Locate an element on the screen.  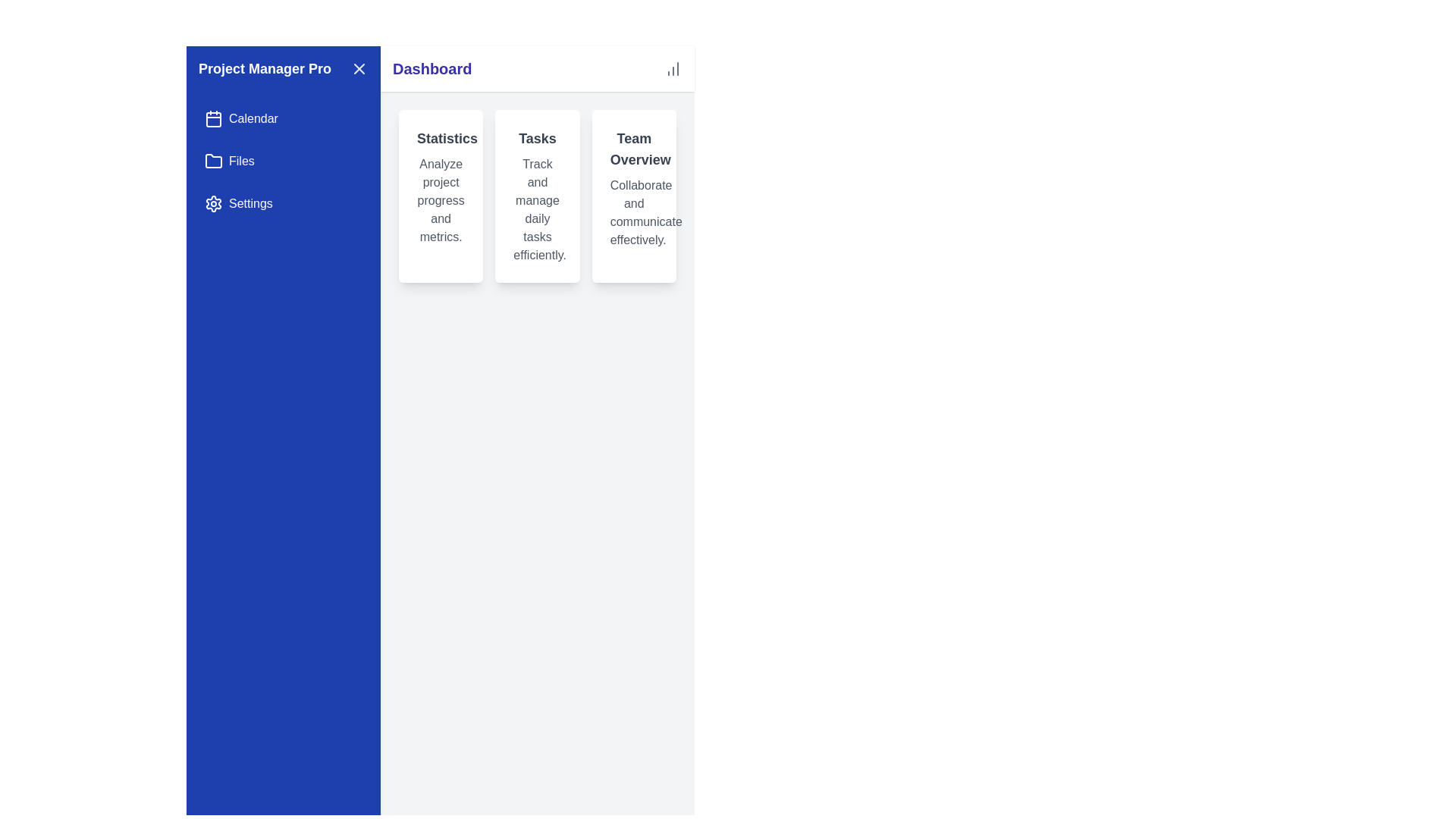
the 'Files' menu item located as the second item in the vertical menu on the left sidebar, positioned below 'Calendar' and above 'Settings' is located at coordinates (284, 161).